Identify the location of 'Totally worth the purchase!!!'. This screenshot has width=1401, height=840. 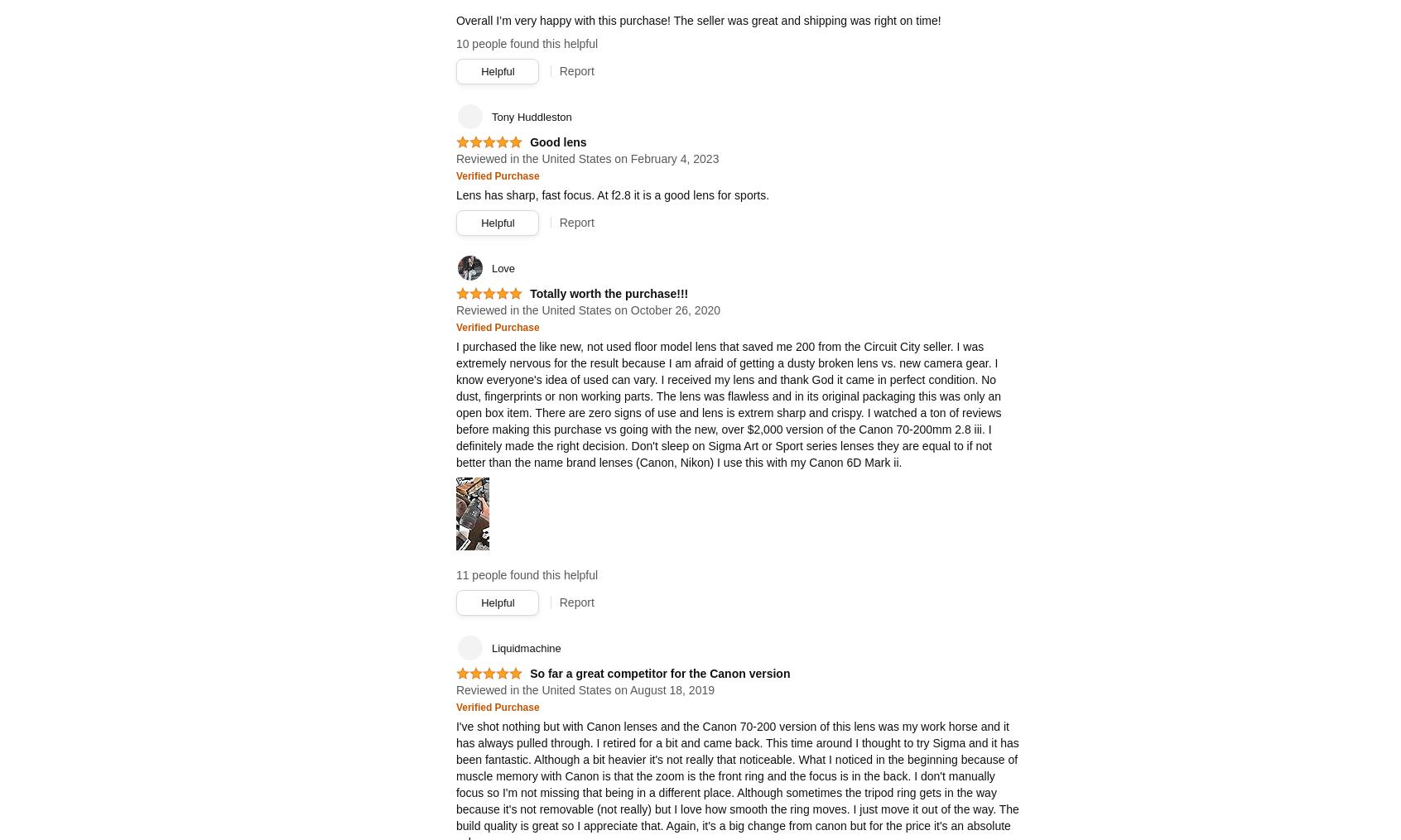
(608, 293).